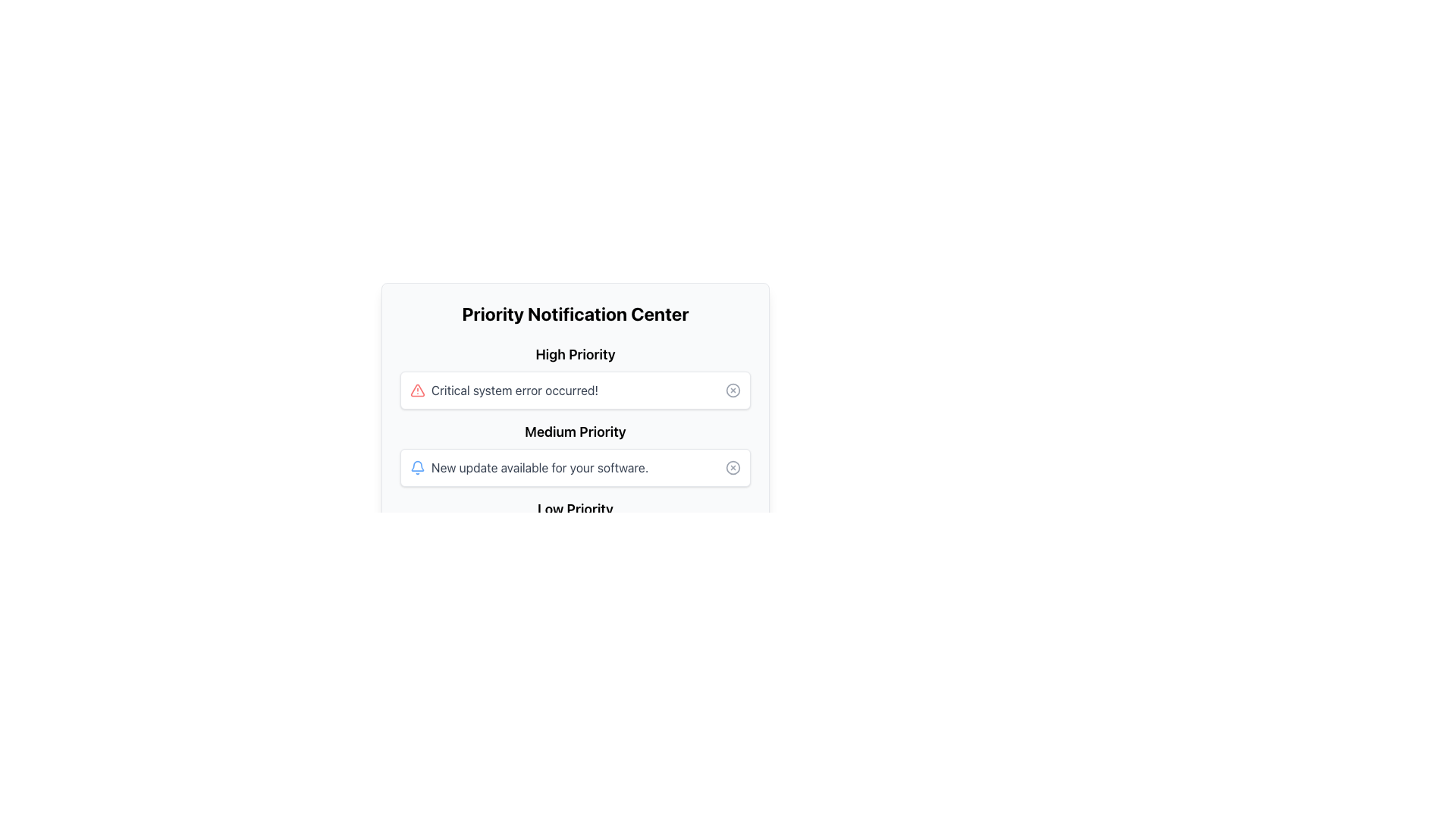  I want to click on the circular element that serves as the foundational part of the 'close' icon in the SVG, positioned in the 'High Priority' section of the notification panel, so click(733, 388).